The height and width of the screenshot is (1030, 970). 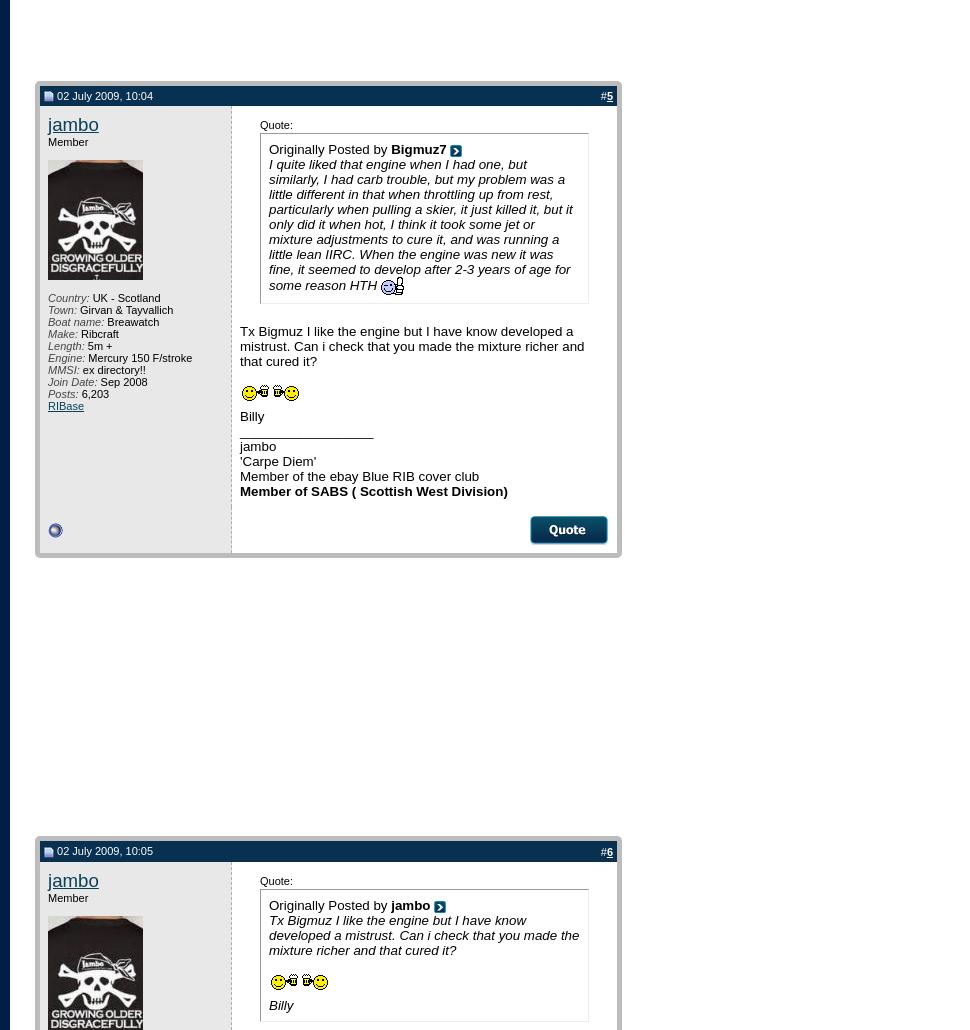 I want to click on '5m +', so click(x=97, y=345).